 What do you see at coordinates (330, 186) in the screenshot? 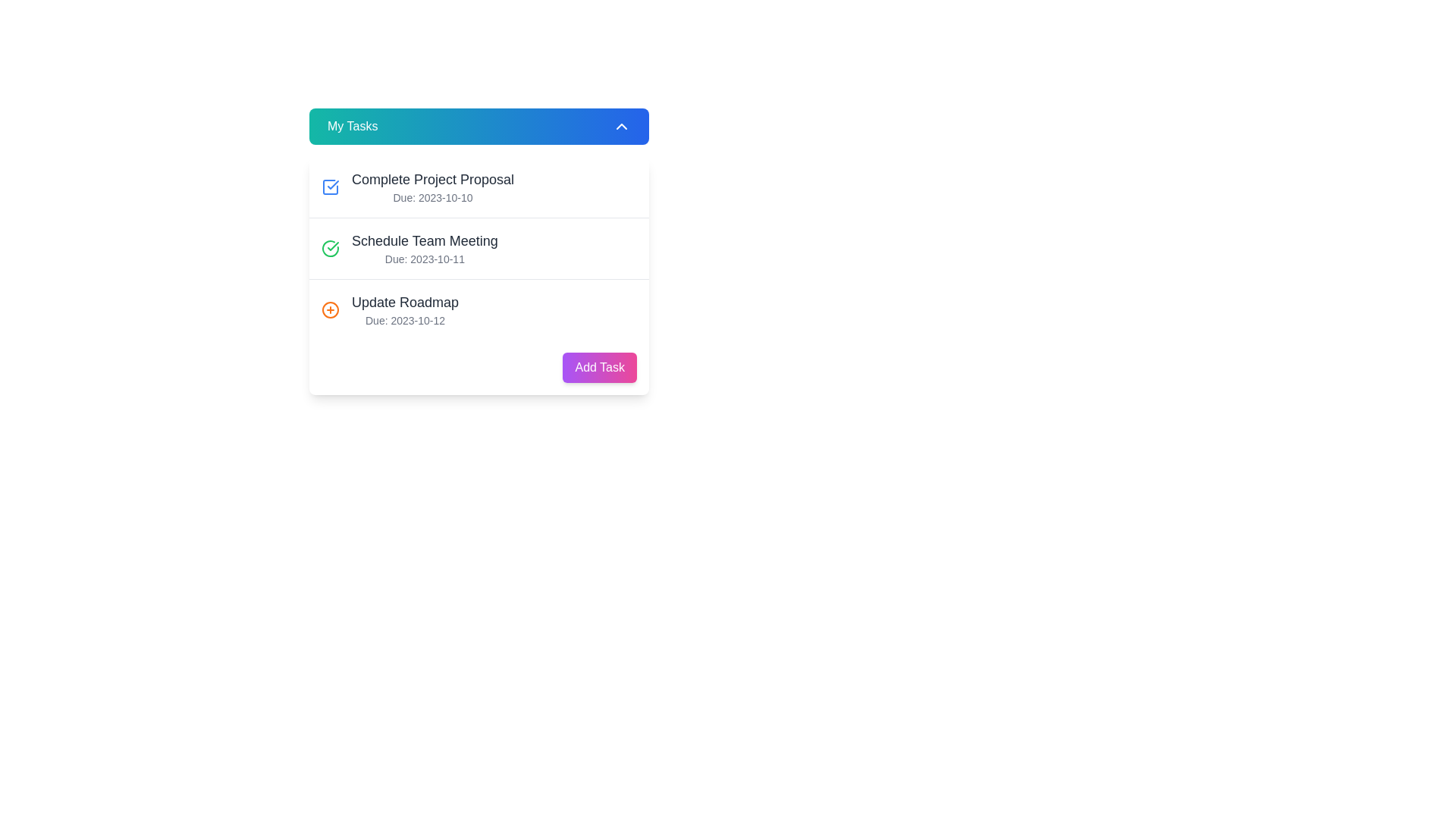
I see `the icon that signifies the 'Complete Project Proposal' task has been marked as completed to change its state` at bounding box center [330, 186].